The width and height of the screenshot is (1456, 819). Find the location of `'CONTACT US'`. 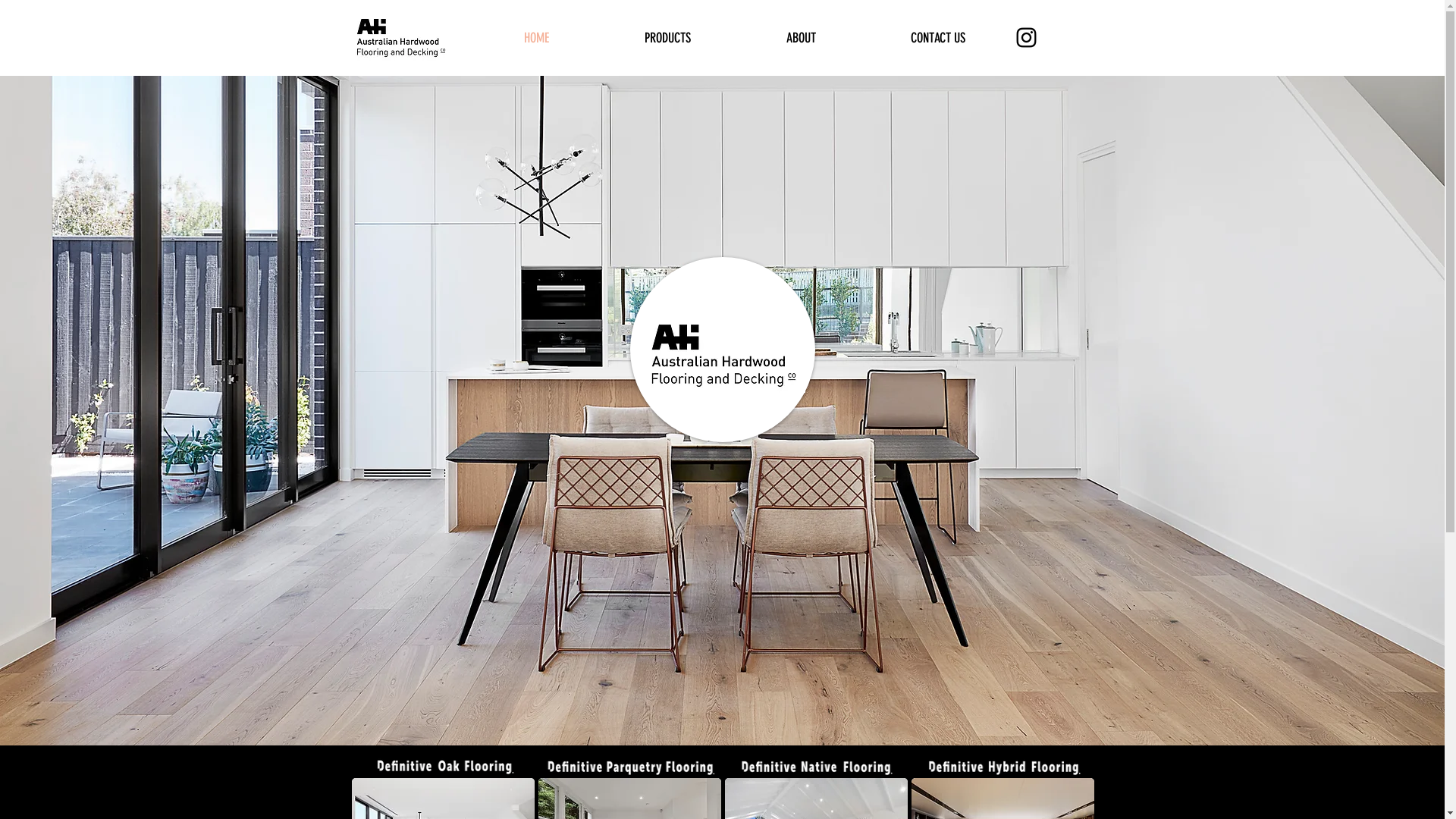

'CONTACT US' is located at coordinates (937, 37).